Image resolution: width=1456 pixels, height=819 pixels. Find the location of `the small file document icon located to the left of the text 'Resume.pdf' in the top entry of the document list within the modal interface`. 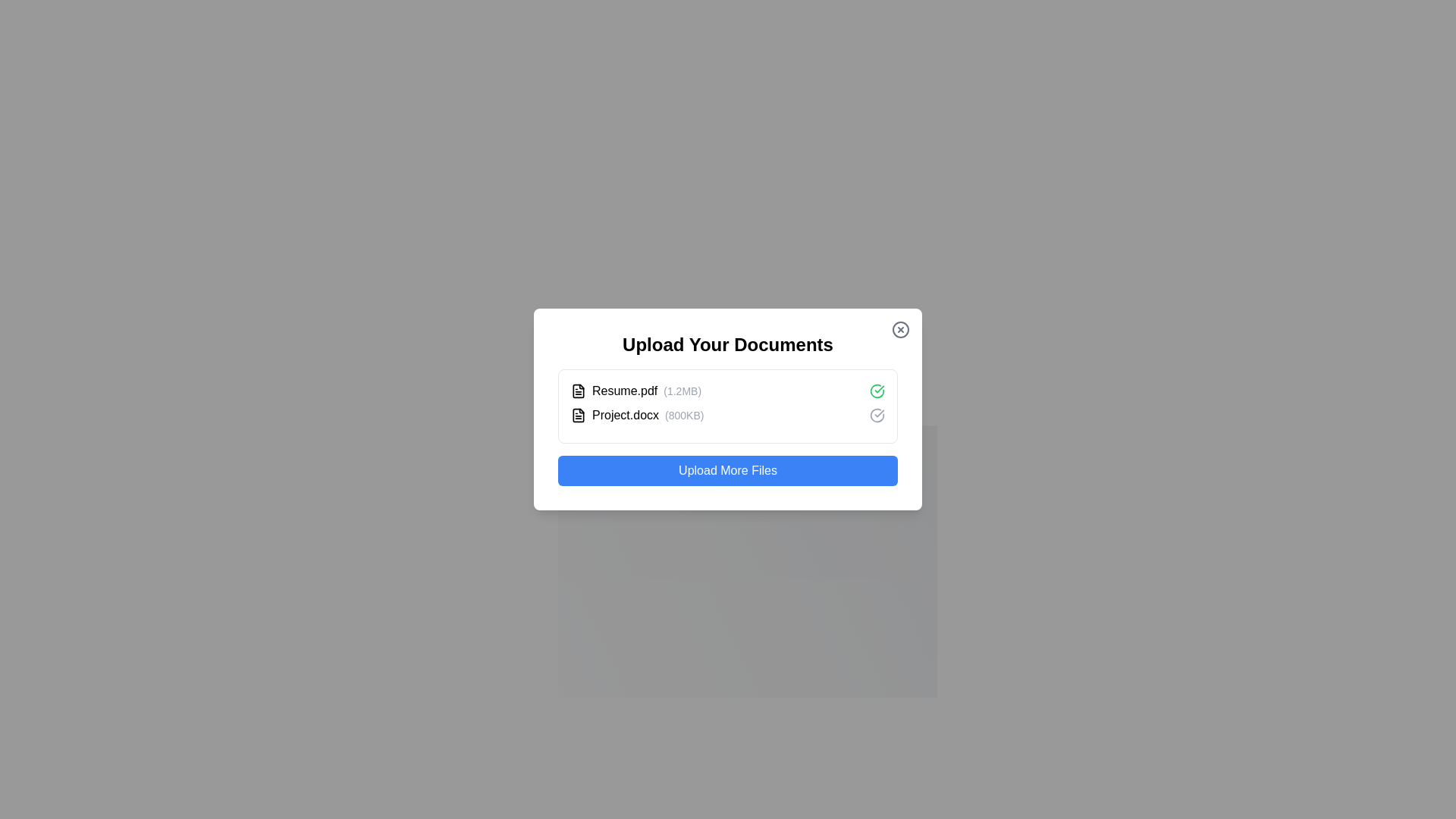

the small file document icon located to the left of the text 'Resume.pdf' in the top entry of the document list within the modal interface is located at coordinates (578, 391).